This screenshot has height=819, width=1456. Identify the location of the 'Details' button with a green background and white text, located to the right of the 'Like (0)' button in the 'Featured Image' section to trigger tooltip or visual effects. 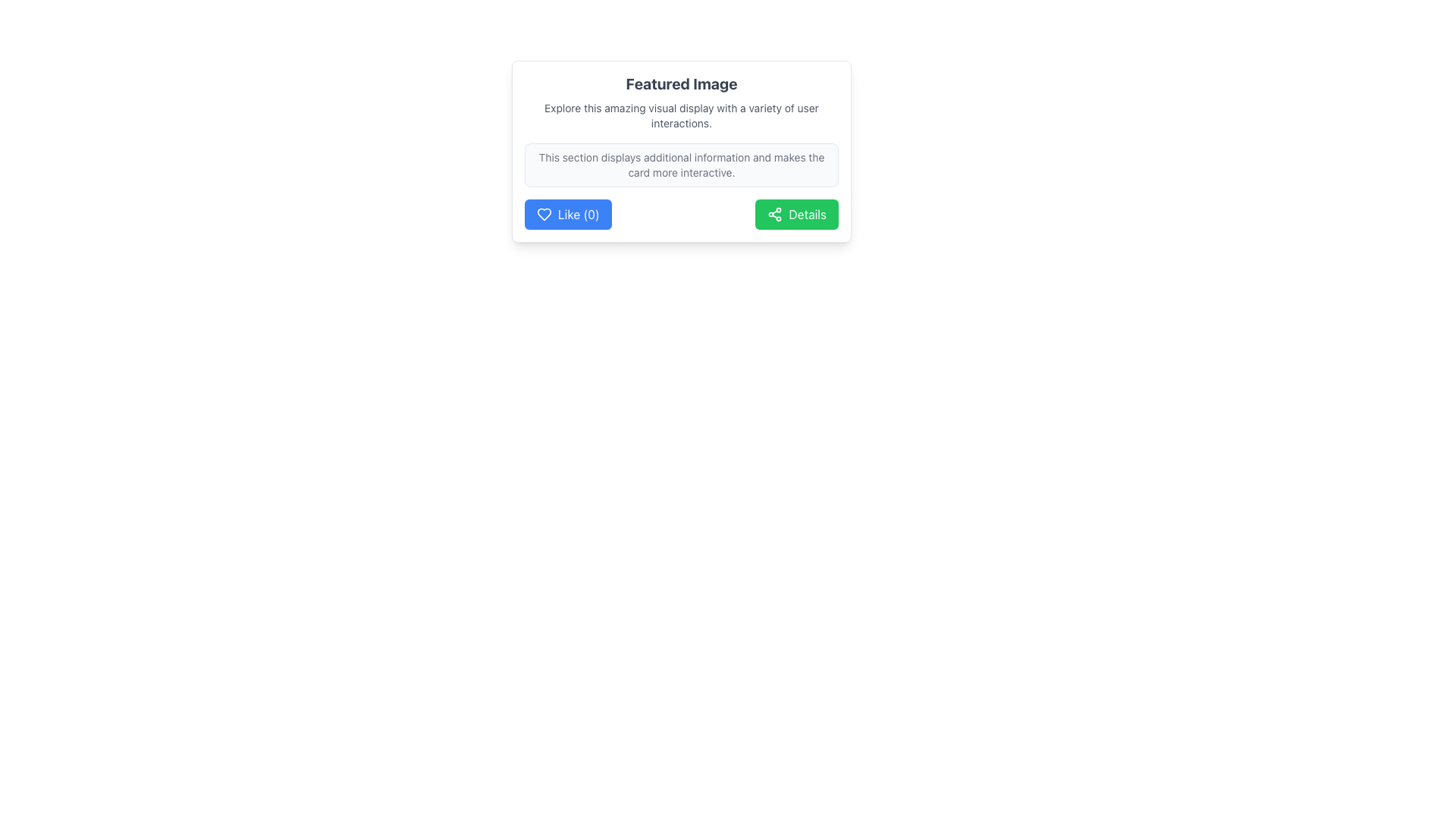
(796, 214).